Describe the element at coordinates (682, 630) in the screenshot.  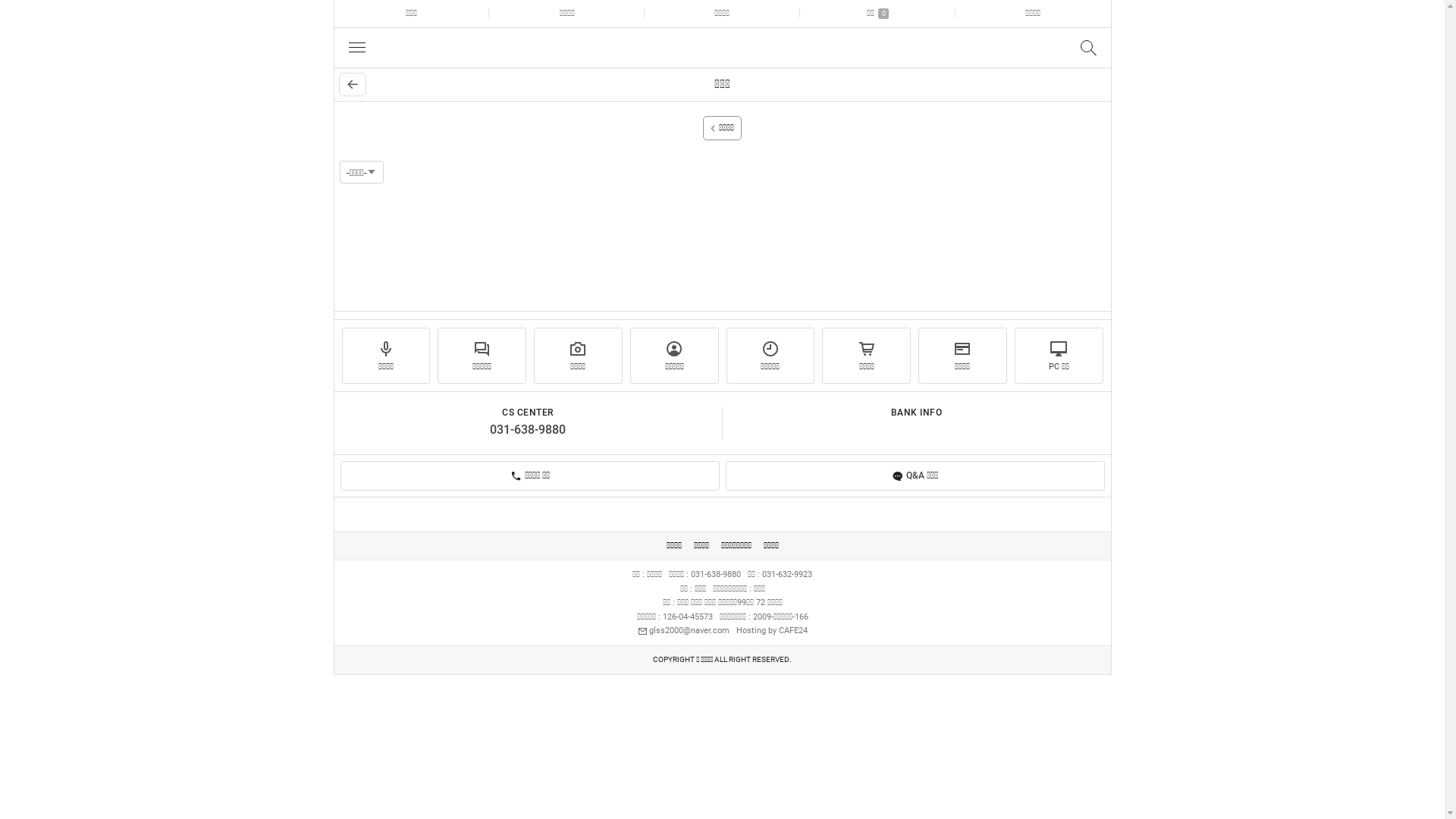
I see `'glss2000@naver.com'` at that location.